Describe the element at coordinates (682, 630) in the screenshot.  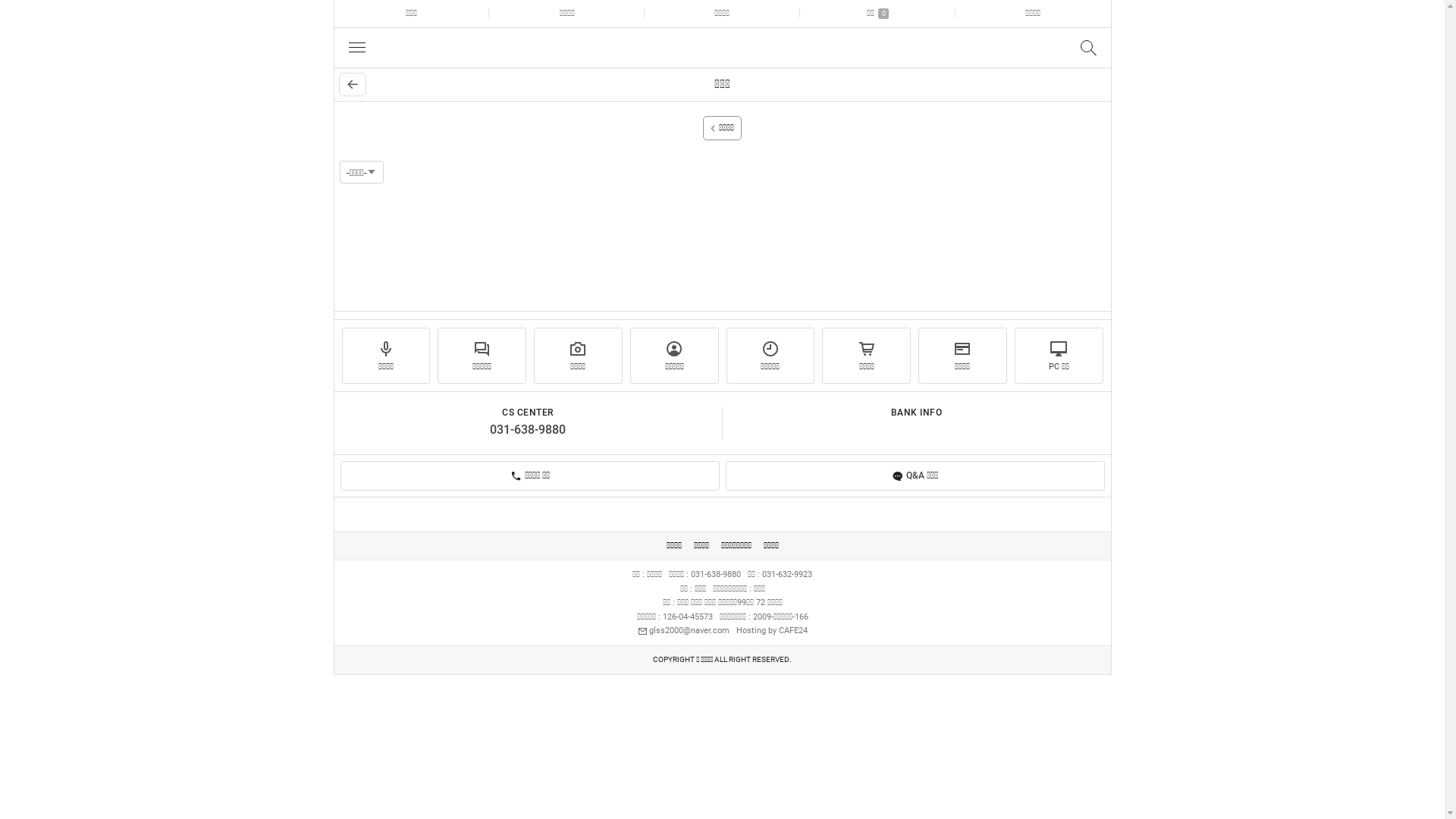
I see `'glss2000@naver.com'` at that location.